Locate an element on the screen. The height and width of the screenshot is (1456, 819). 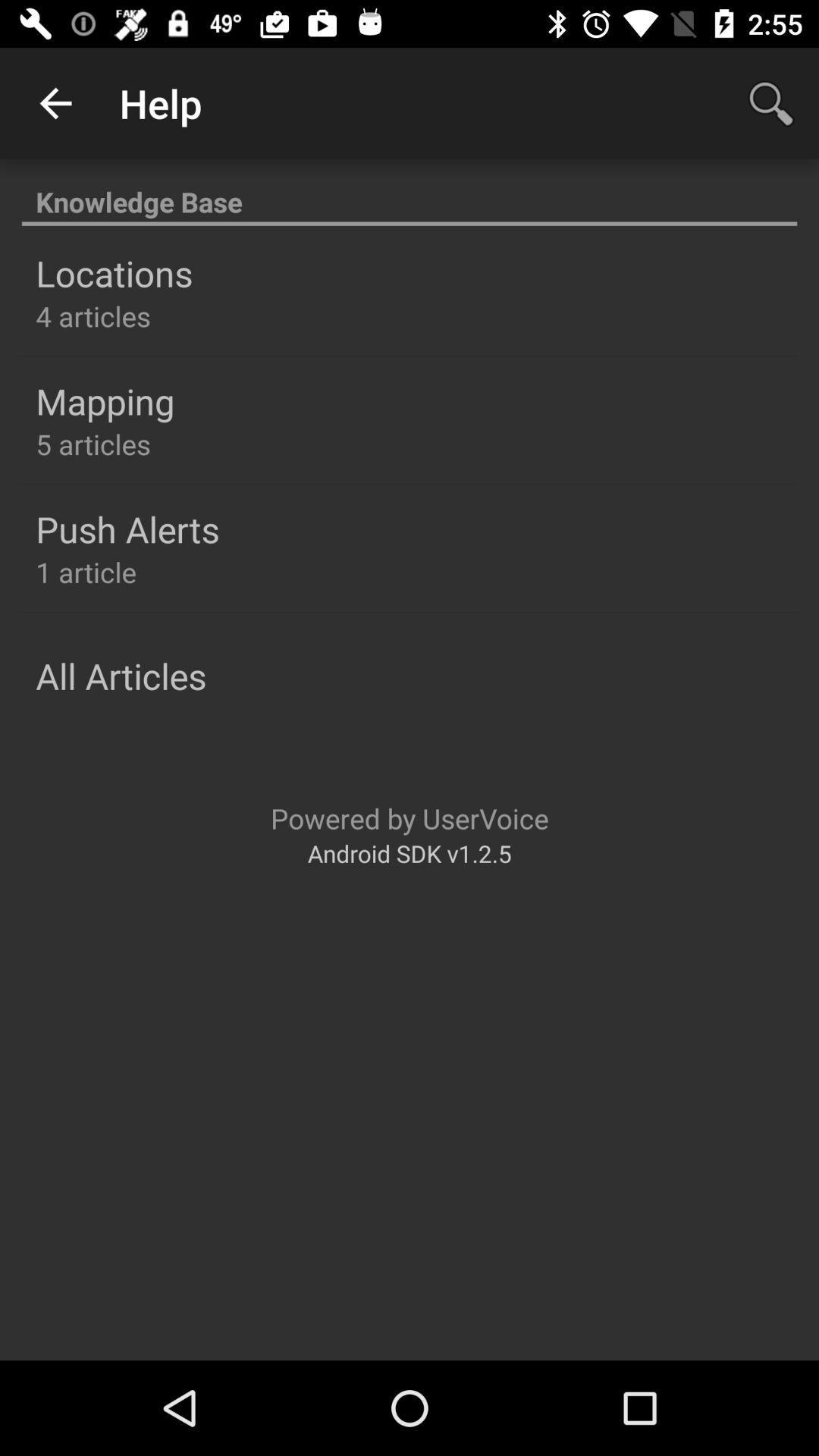
the item above the locations item is located at coordinates (409, 193).